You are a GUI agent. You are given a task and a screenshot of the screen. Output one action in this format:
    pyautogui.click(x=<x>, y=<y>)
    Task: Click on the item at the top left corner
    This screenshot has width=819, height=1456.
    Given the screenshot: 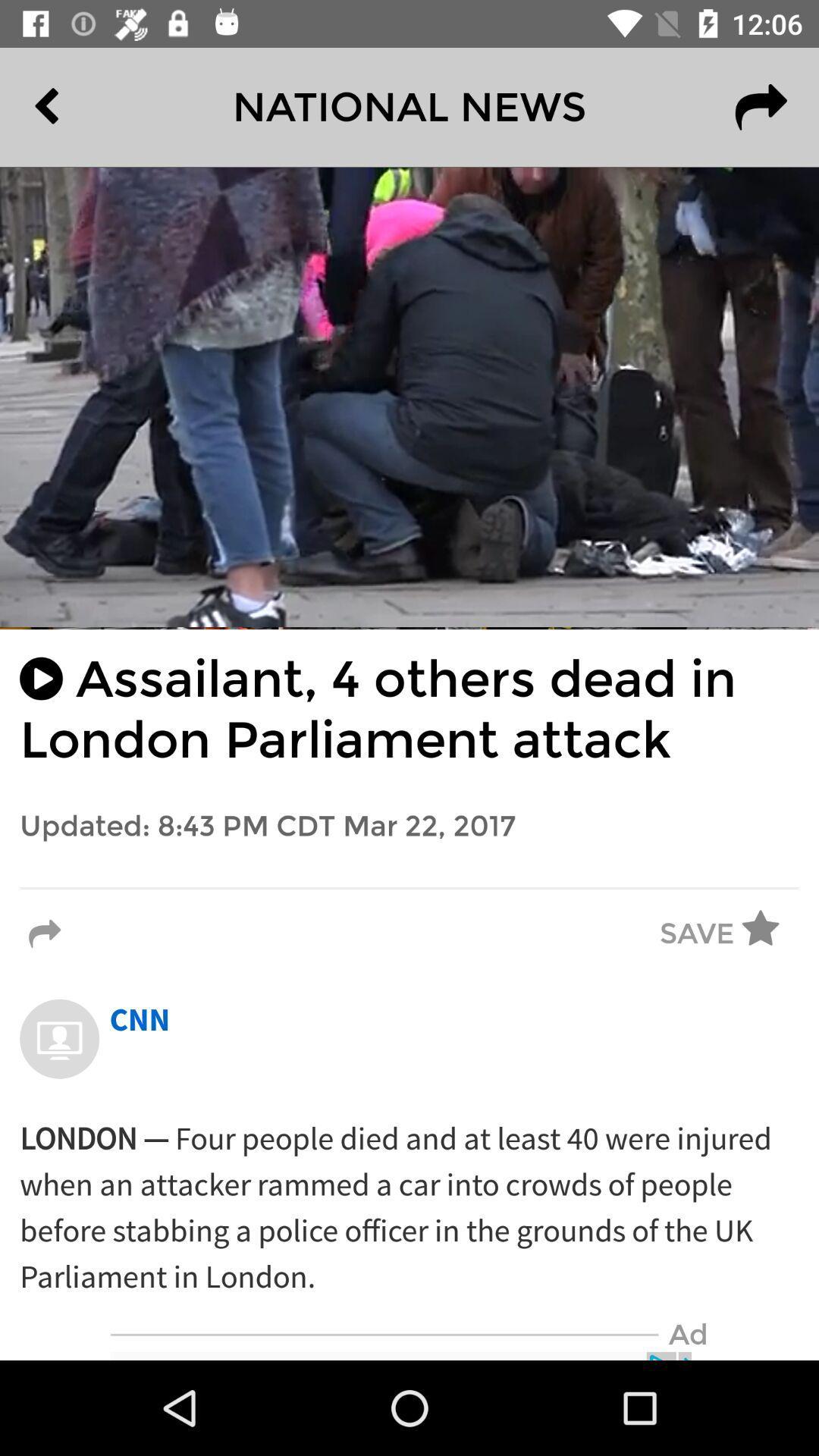 What is the action you would take?
    pyautogui.click(x=81, y=106)
    